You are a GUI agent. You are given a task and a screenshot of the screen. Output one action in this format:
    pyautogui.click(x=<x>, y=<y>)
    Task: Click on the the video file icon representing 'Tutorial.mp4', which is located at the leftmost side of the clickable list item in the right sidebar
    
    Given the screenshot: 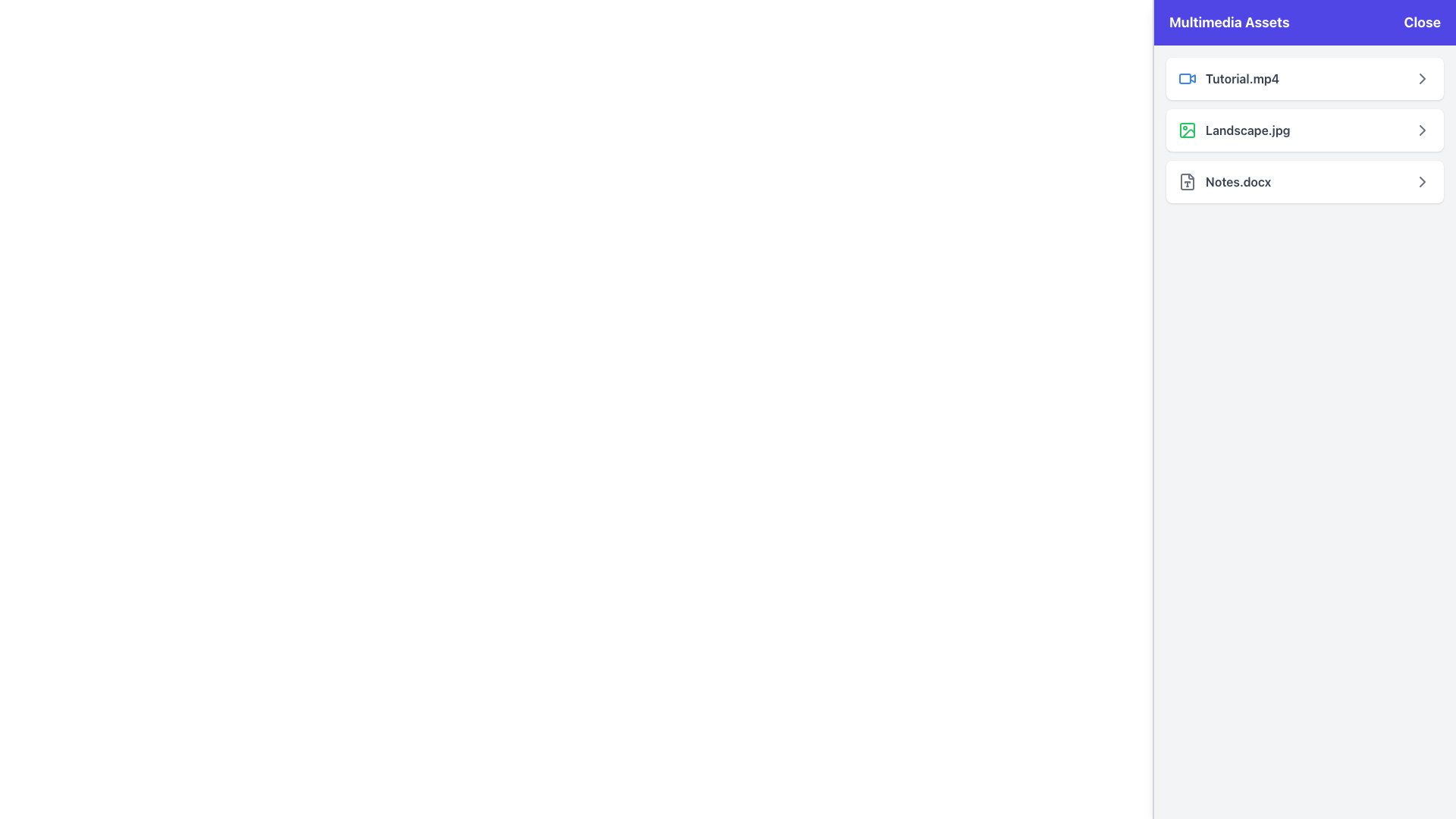 What is the action you would take?
    pyautogui.click(x=1186, y=79)
    